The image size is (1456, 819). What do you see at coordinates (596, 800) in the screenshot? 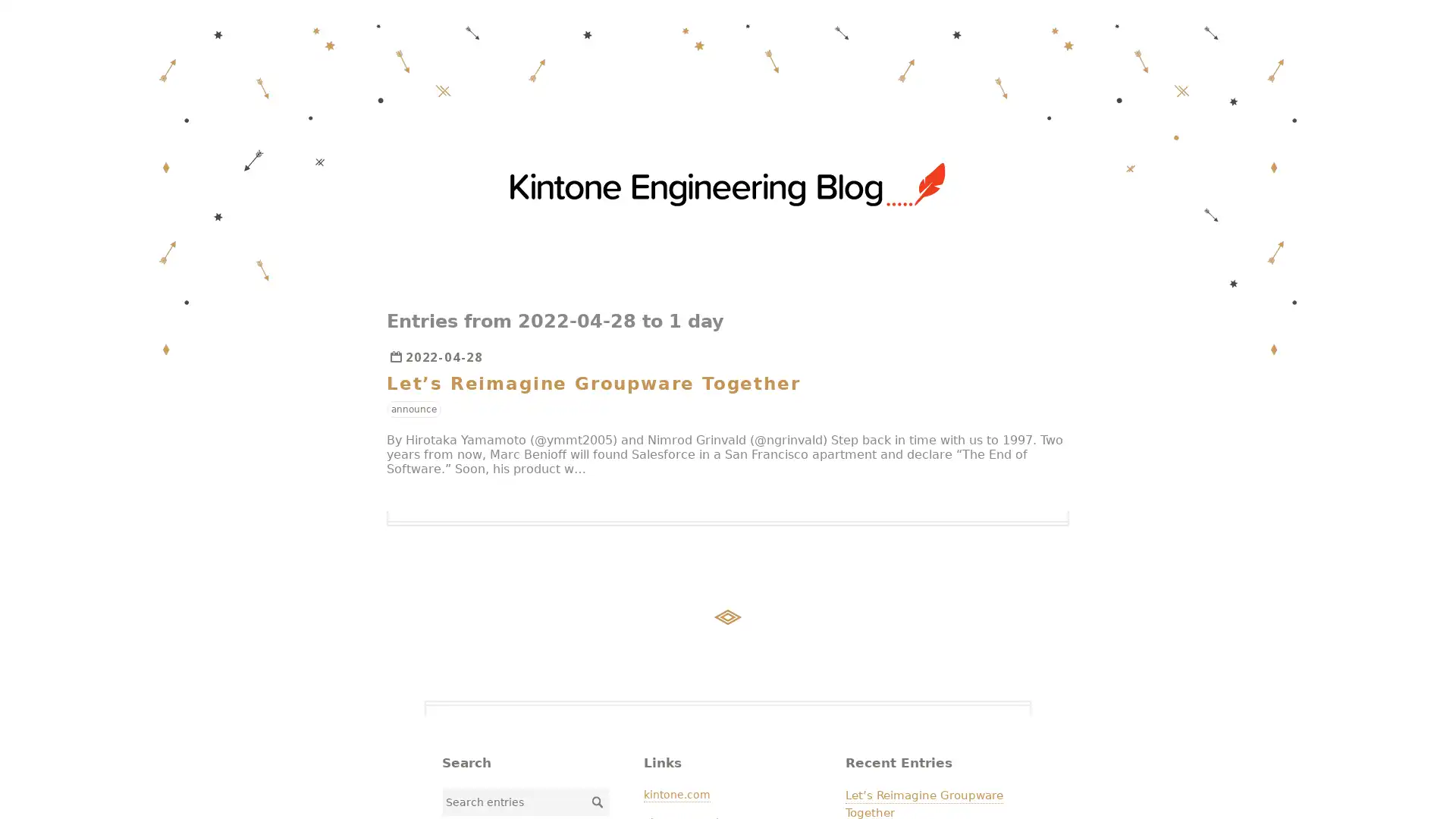
I see `Search` at bounding box center [596, 800].